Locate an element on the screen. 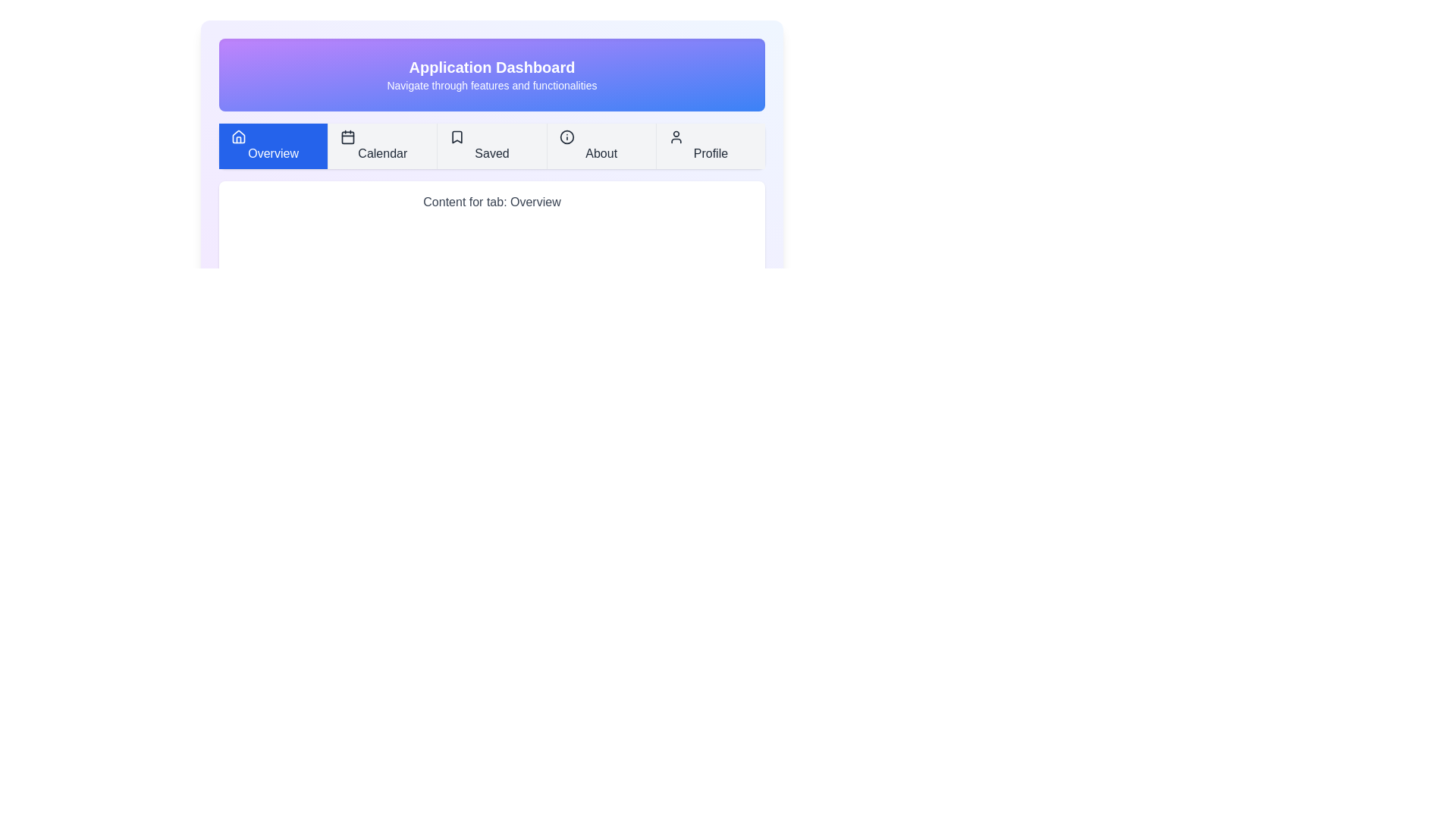  the 'Saved' tab in the tab bar located below the 'Application Dashboard' header is located at coordinates (491, 146).